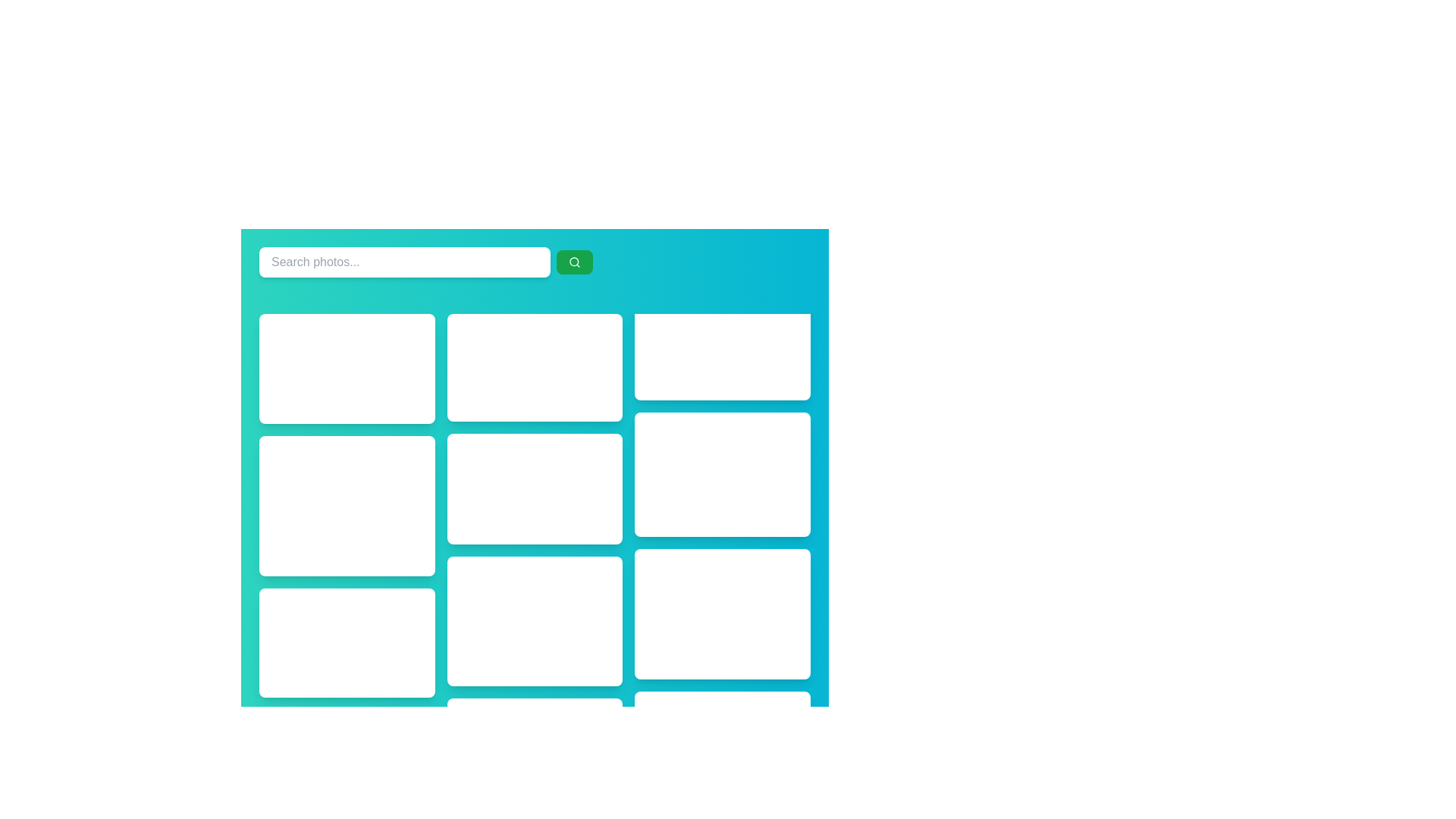 Image resolution: width=1456 pixels, height=819 pixels. I want to click on the magnifying glass icon, which is a white stroke-style search symbol located in the center of a green button to the right of an input field in the header section, to initiate a search, so click(574, 262).